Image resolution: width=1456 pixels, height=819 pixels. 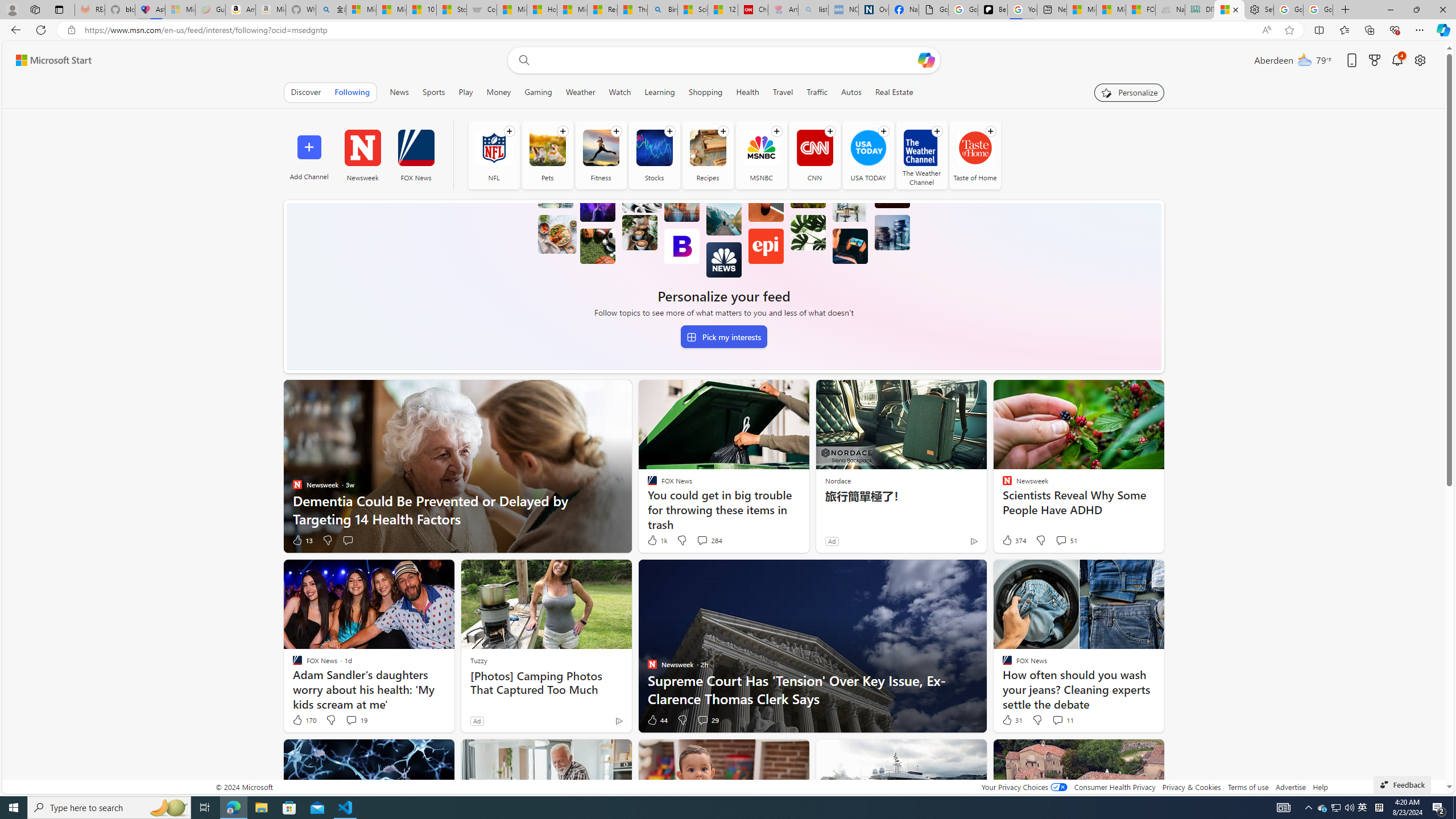 I want to click on 'Tuzzy', so click(x=478, y=660).